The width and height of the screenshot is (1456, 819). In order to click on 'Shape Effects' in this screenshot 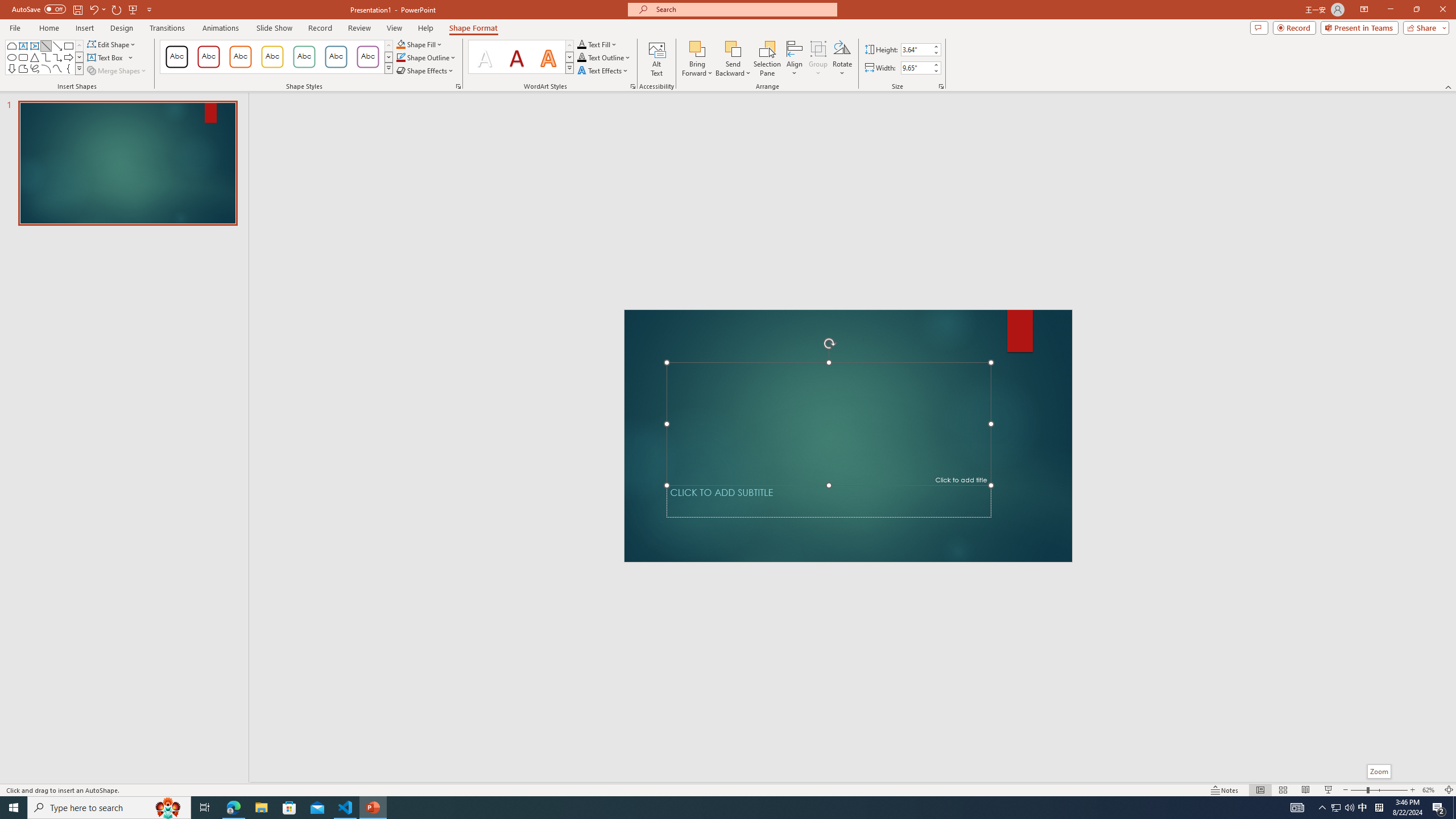, I will do `click(425, 69)`.